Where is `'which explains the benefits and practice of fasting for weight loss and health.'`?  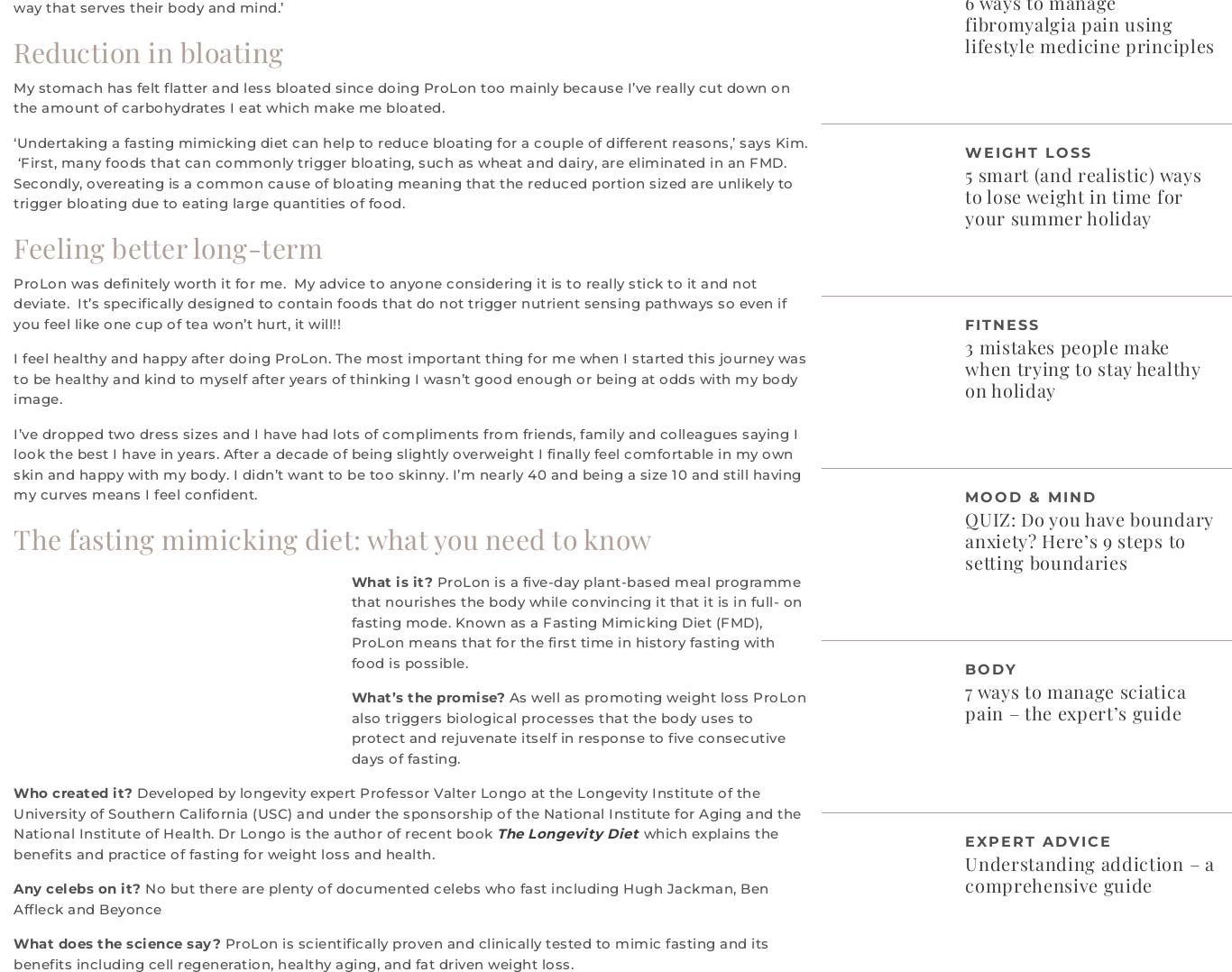
'which explains the benefits and practice of fasting for weight loss and health.' is located at coordinates (395, 842).